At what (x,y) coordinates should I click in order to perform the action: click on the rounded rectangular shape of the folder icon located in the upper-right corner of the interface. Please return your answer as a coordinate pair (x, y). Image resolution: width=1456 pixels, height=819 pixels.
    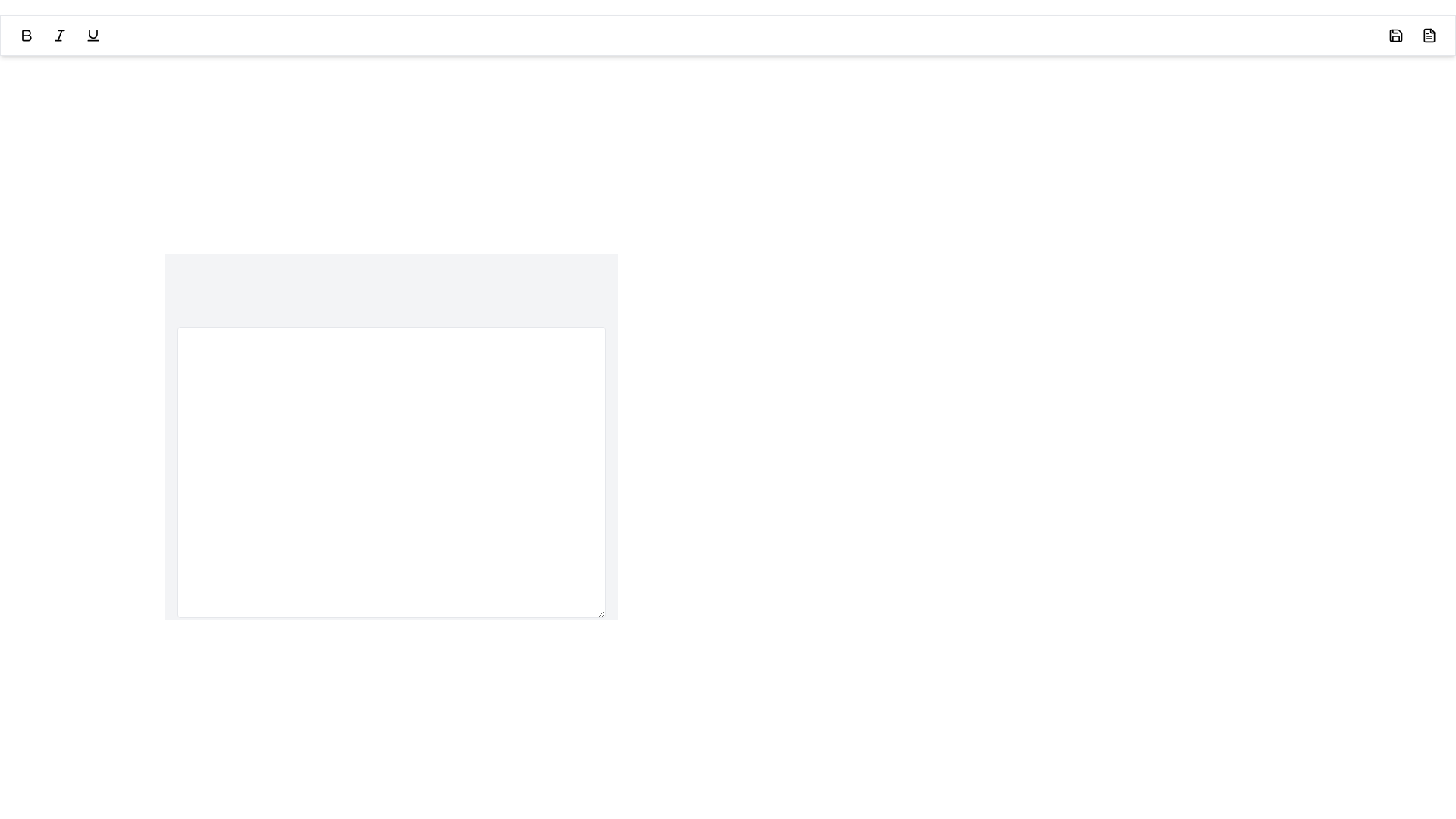
    Looking at the image, I should click on (1395, 34).